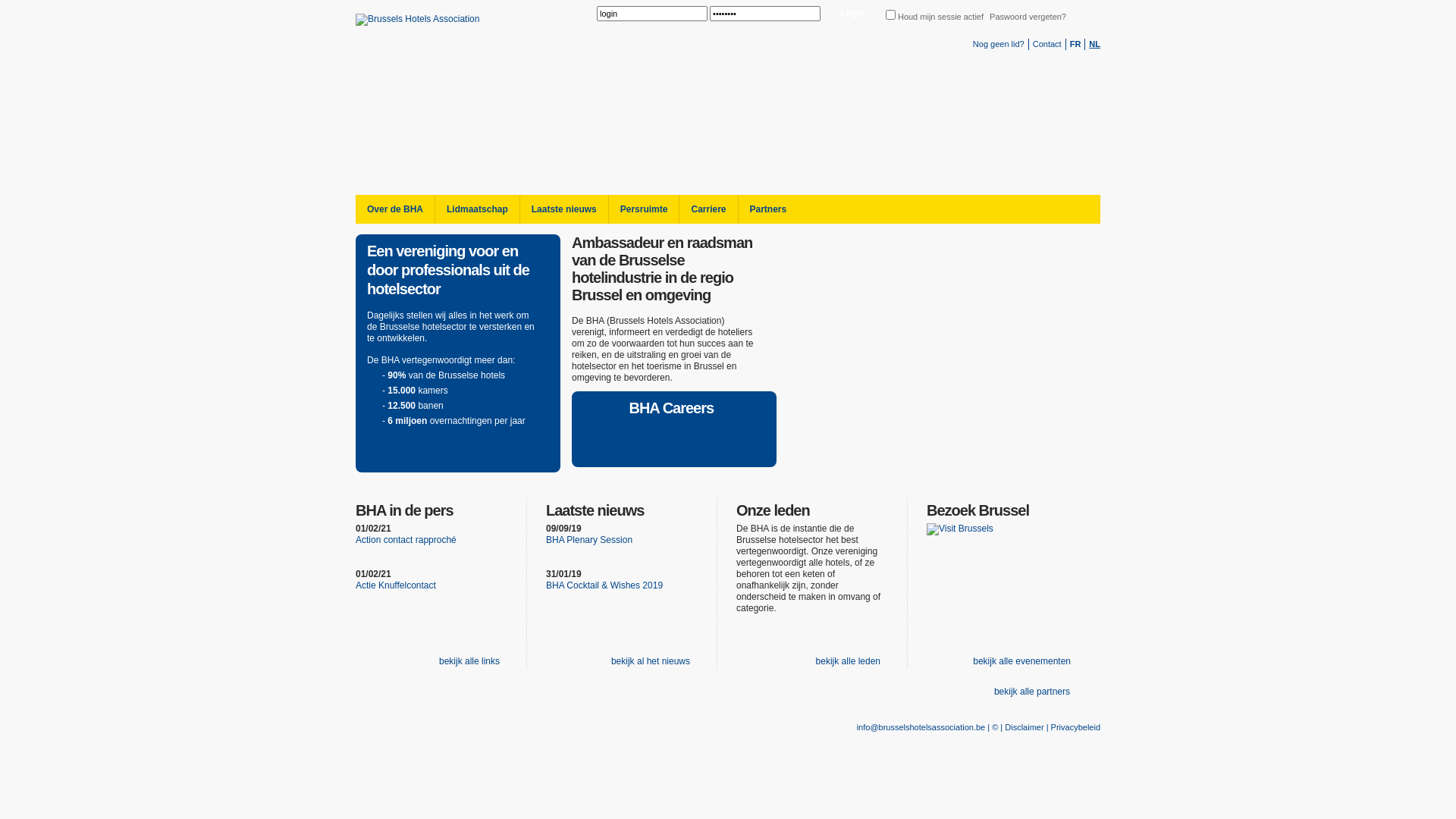 This screenshot has width=1456, height=819. Describe the element at coordinates (852, 14) in the screenshot. I see `'Login'` at that location.